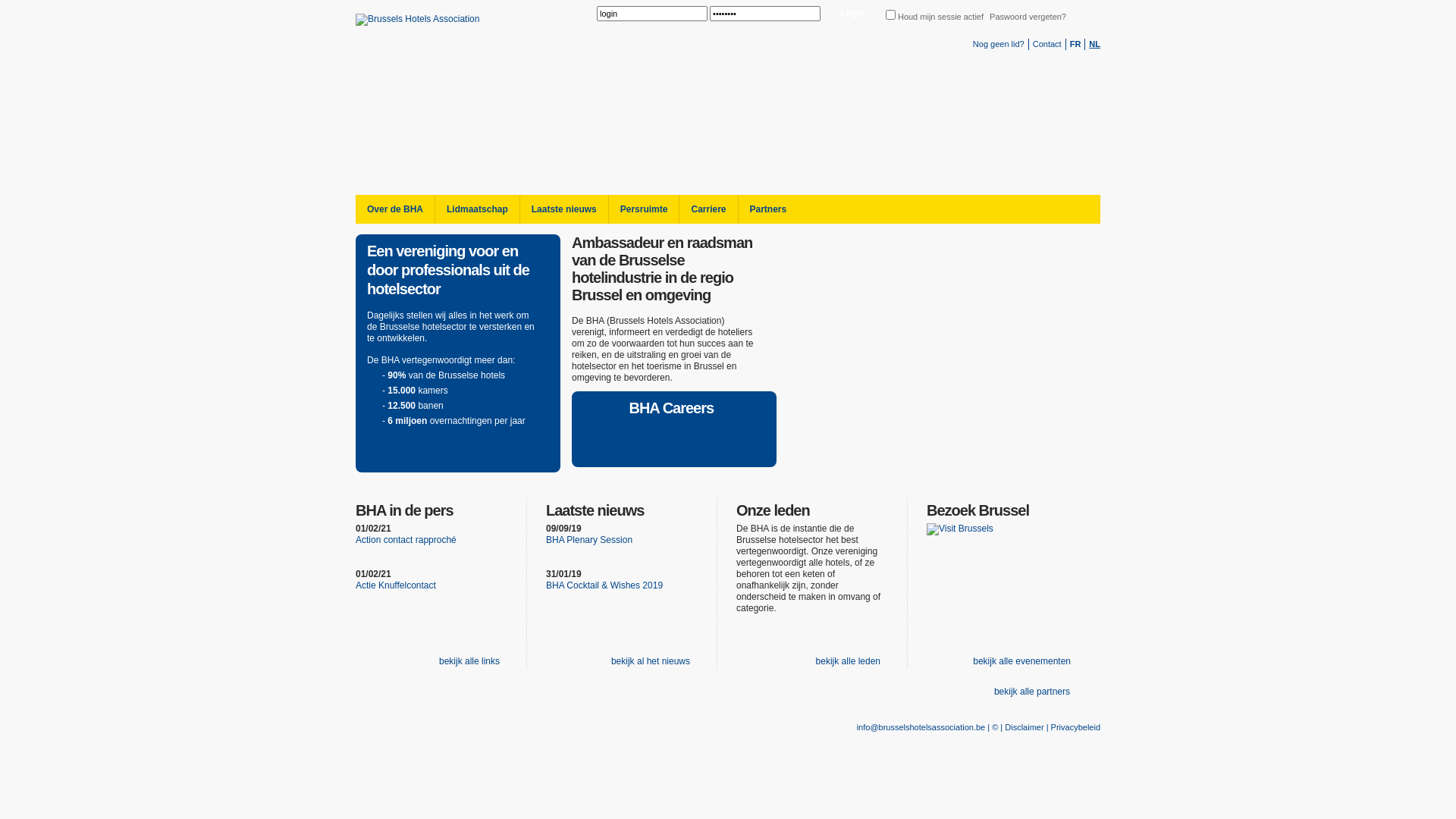 This screenshot has width=1456, height=819. Describe the element at coordinates (852, 14) in the screenshot. I see `'Login'` at that location.